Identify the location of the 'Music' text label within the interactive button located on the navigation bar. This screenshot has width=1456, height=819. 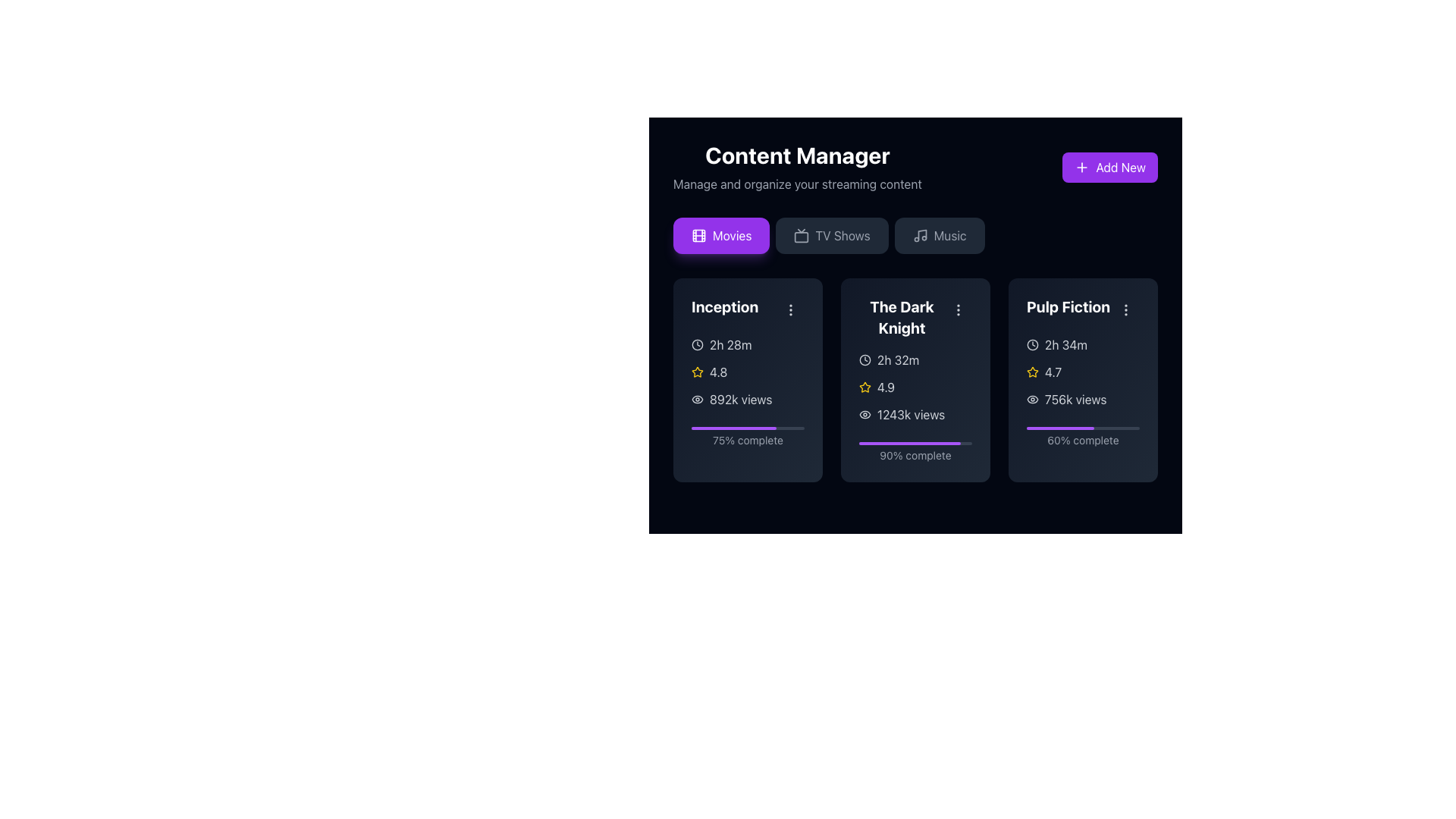
(949, 236).